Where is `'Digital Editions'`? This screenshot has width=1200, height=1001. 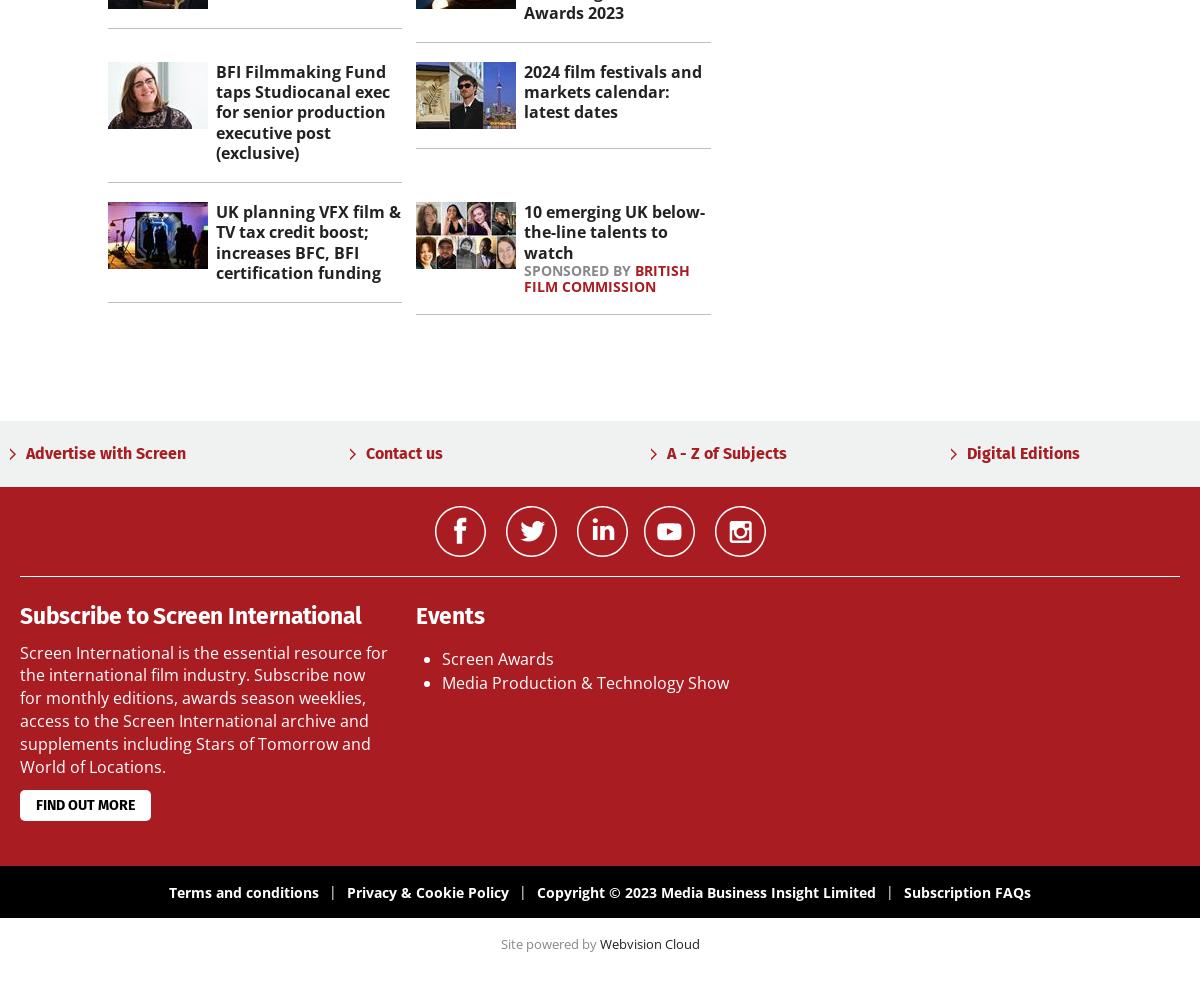 'Digital Editions' is located at coordinates (966, 452).